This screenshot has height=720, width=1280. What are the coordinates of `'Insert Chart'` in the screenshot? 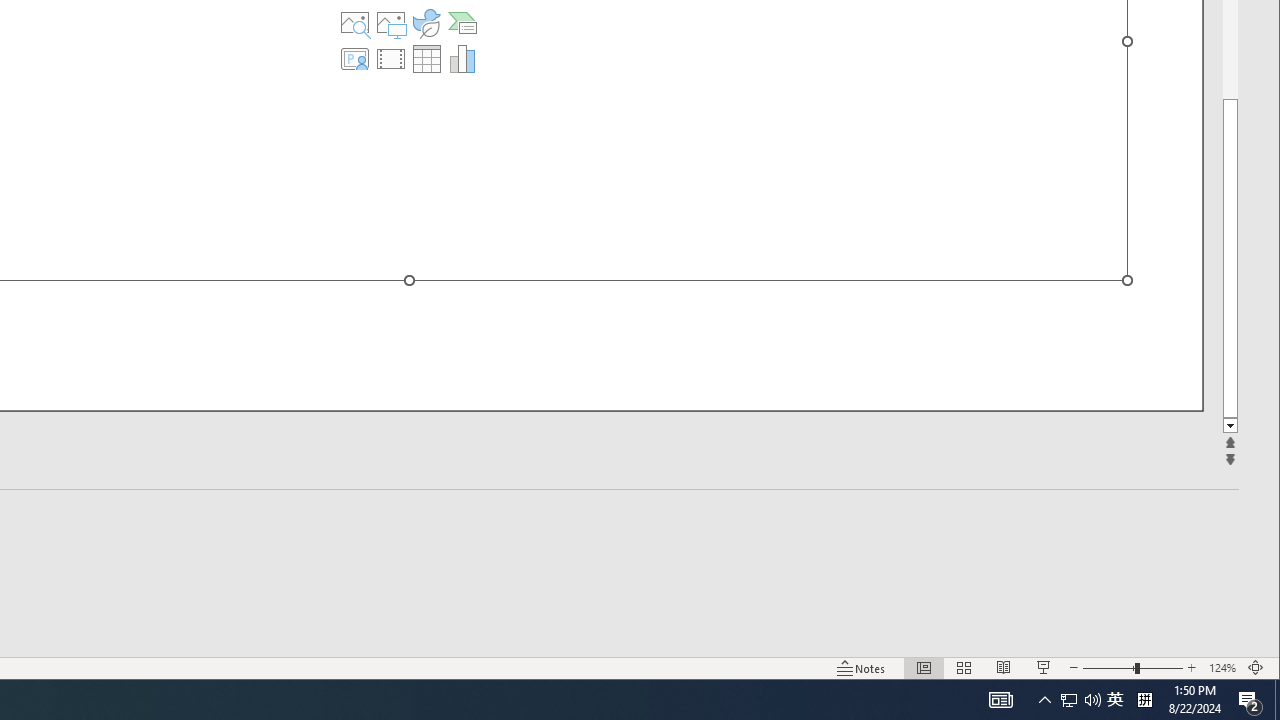 It's located at (461, 58).